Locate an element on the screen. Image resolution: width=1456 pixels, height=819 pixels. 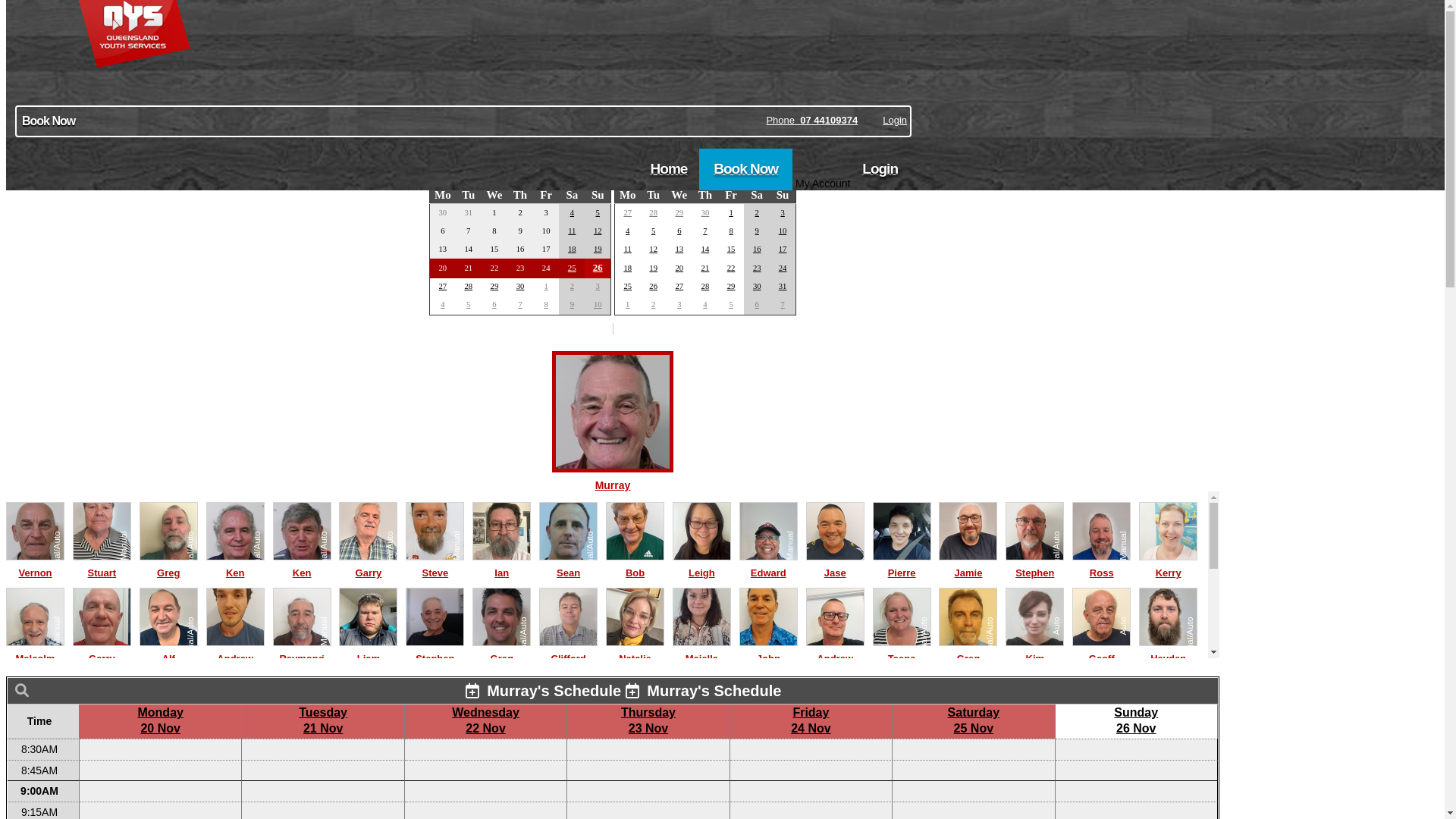
'28' is located at coordinates (653, 212).